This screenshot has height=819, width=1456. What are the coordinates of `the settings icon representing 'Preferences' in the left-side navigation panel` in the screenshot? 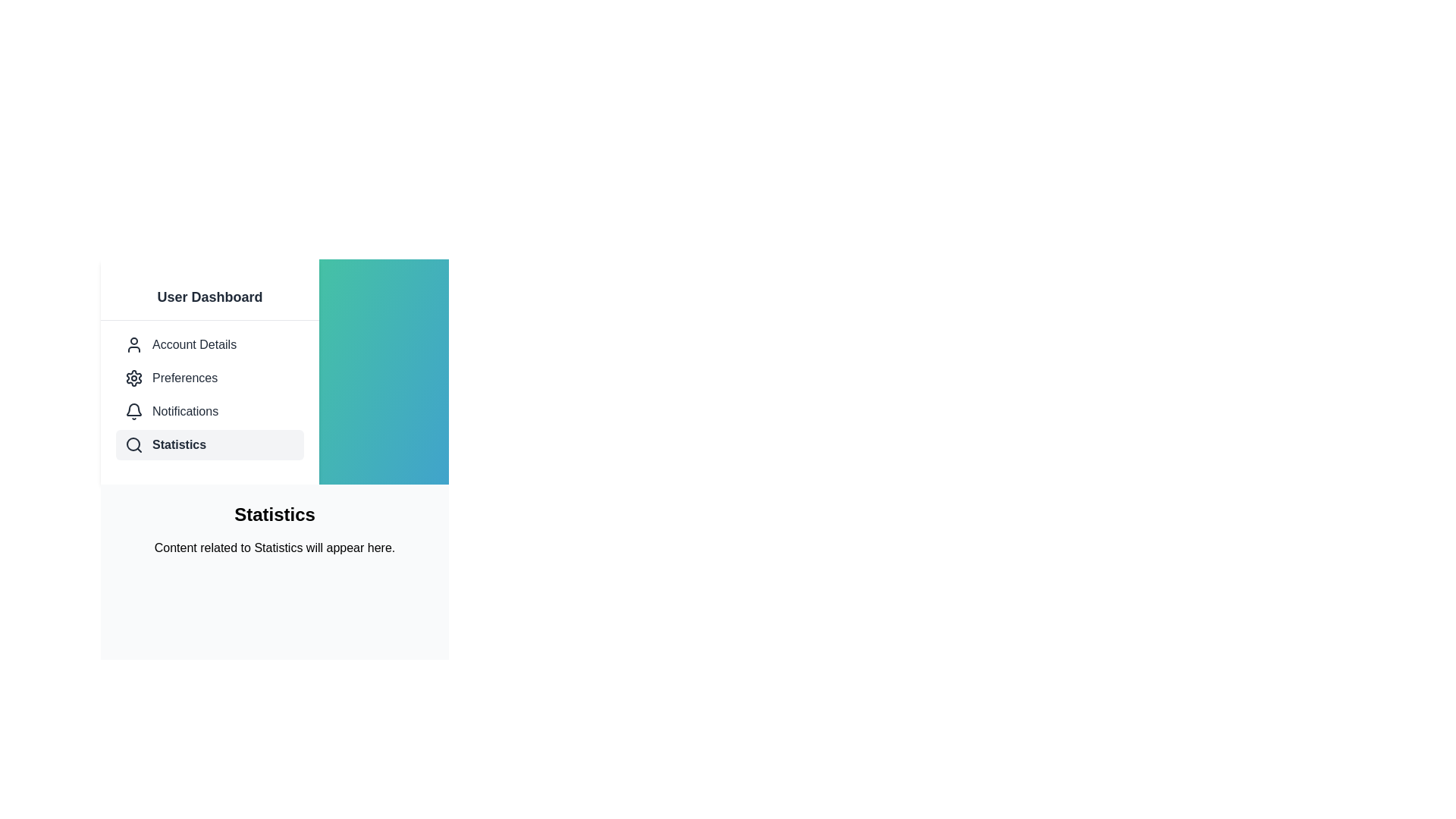 It's located at (134, 377).